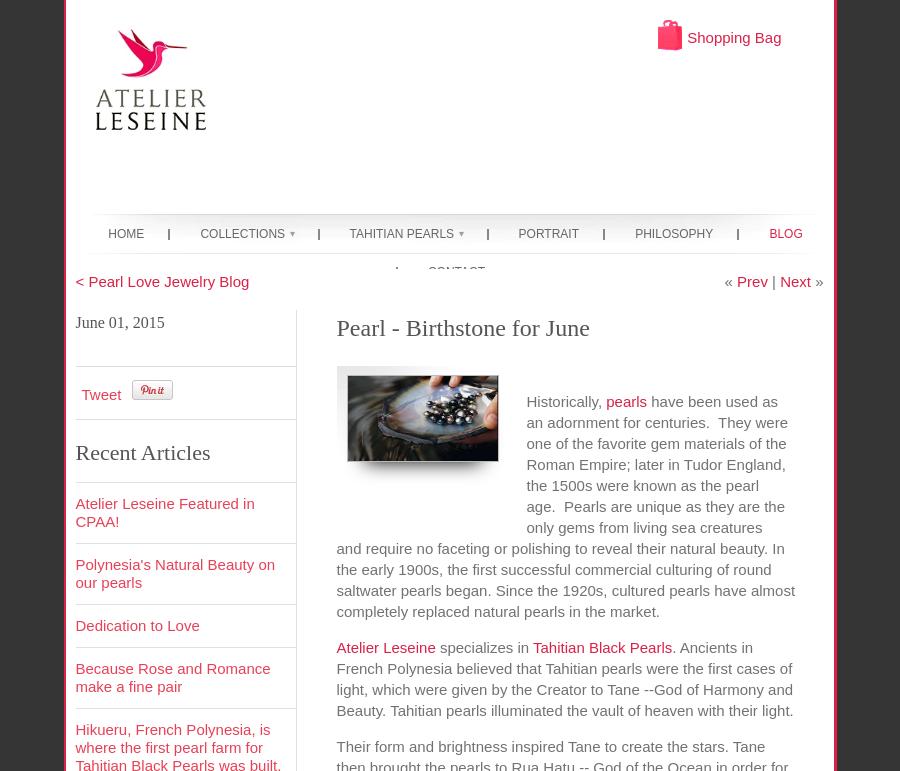 The image size is (900, 771). Describe the element at coordinates (602, 646) in the screenshot. I see `'Tahitian Black Pearls'` at that location.